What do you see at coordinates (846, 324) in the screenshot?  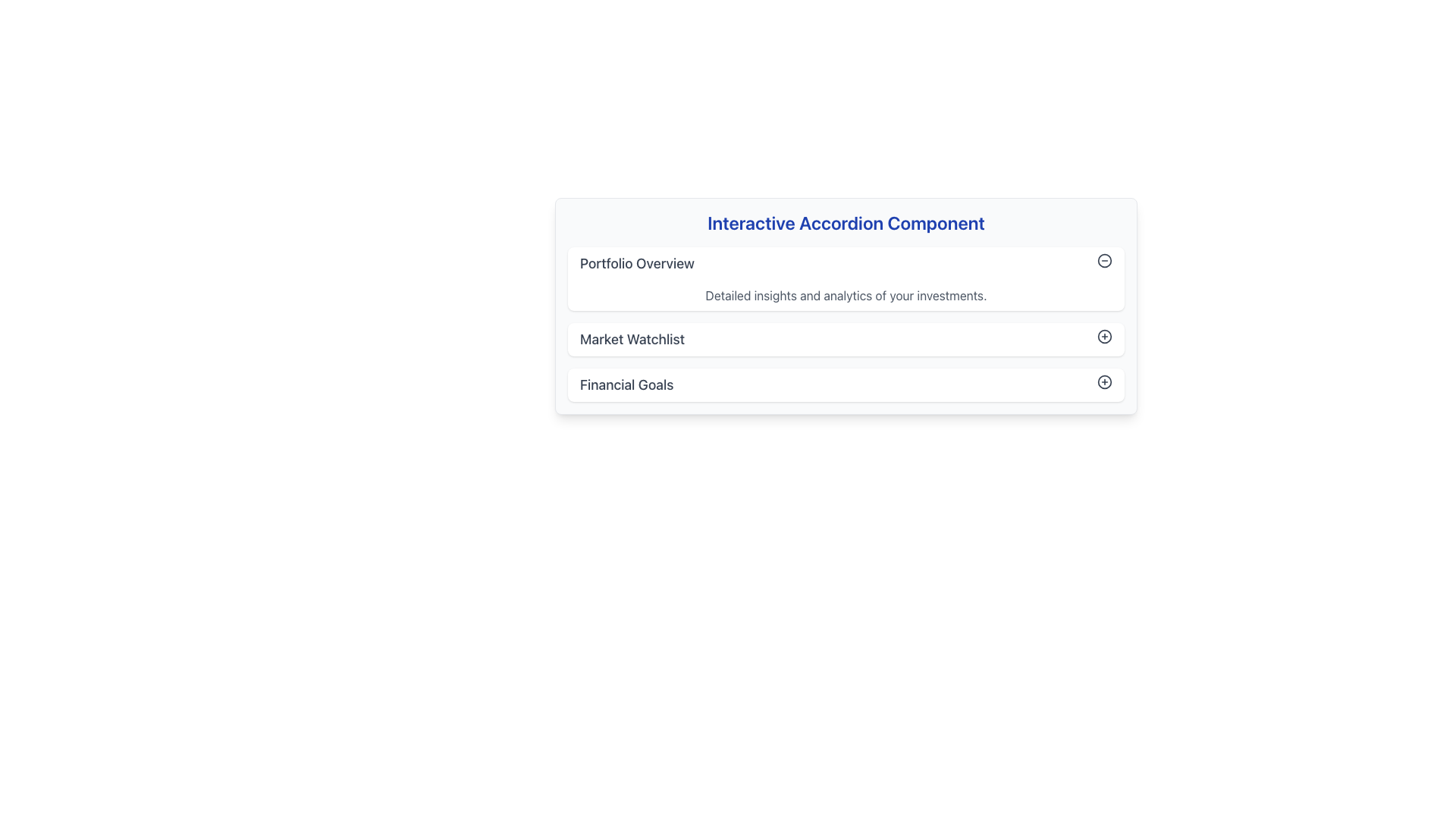 I see `the 'Market Watchlist' panel of the accordion UI element` at bounding box center [846, 324].